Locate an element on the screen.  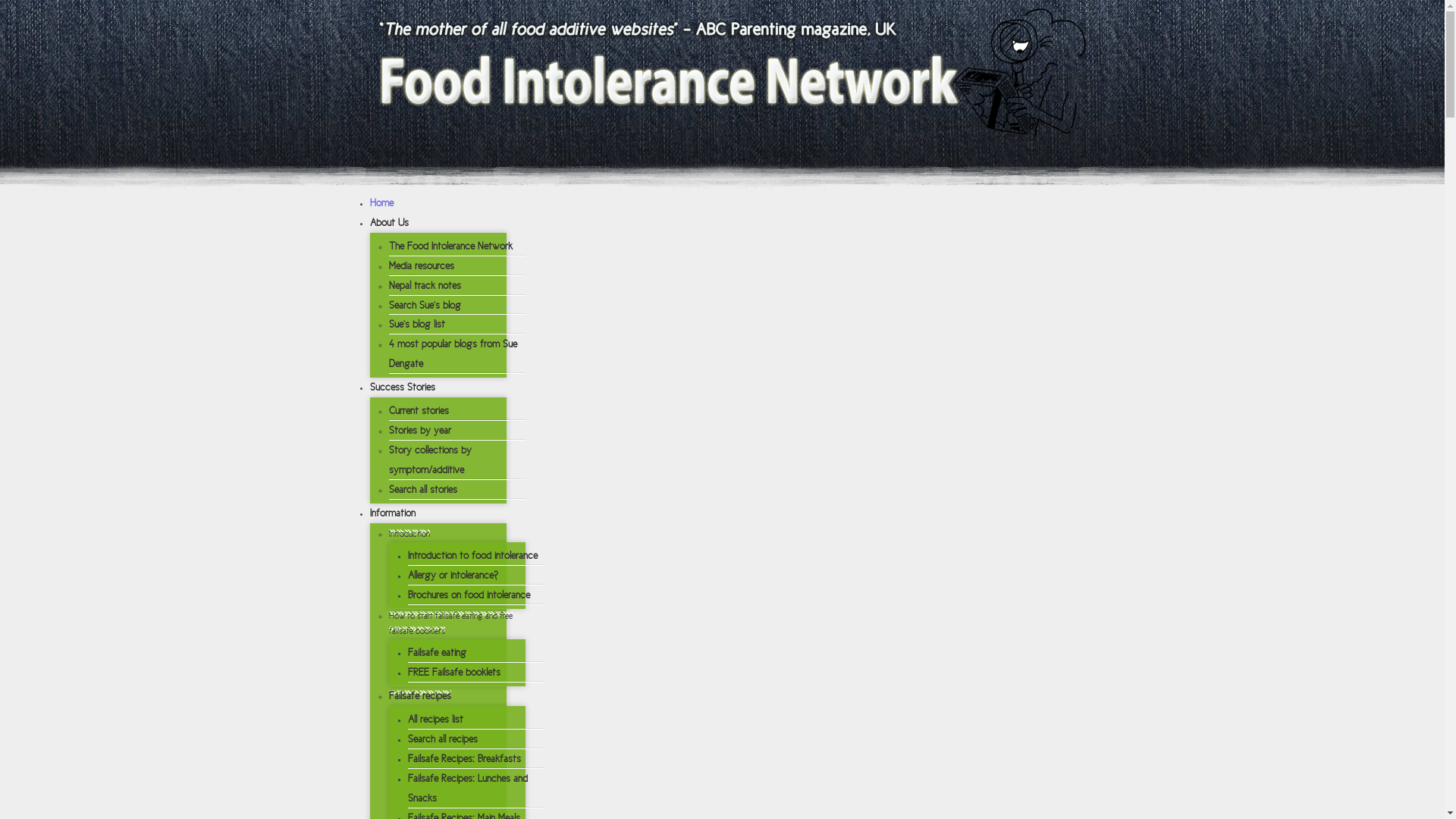
'Sue's blog list' is located at coordinates (416, 323).